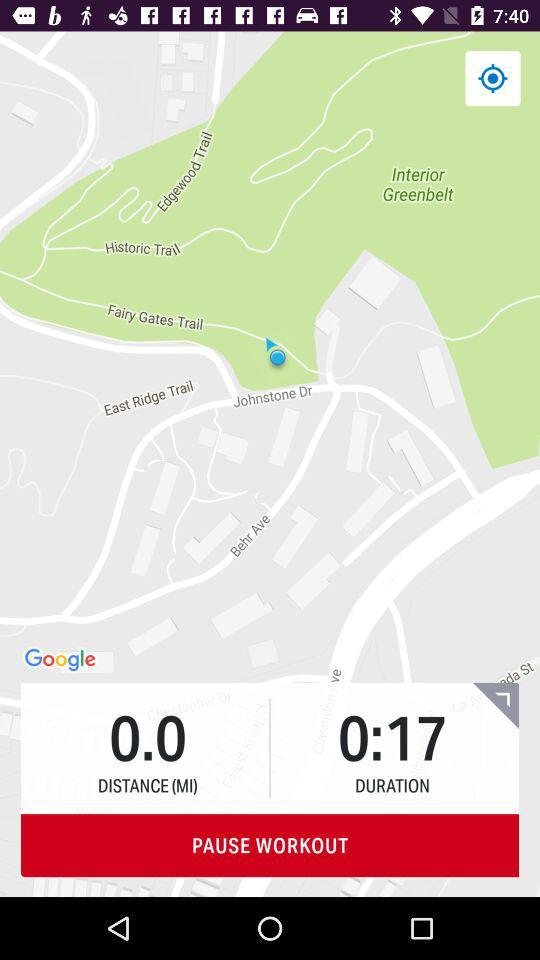  I want to click on the pause workout icon, so click(270, 844).